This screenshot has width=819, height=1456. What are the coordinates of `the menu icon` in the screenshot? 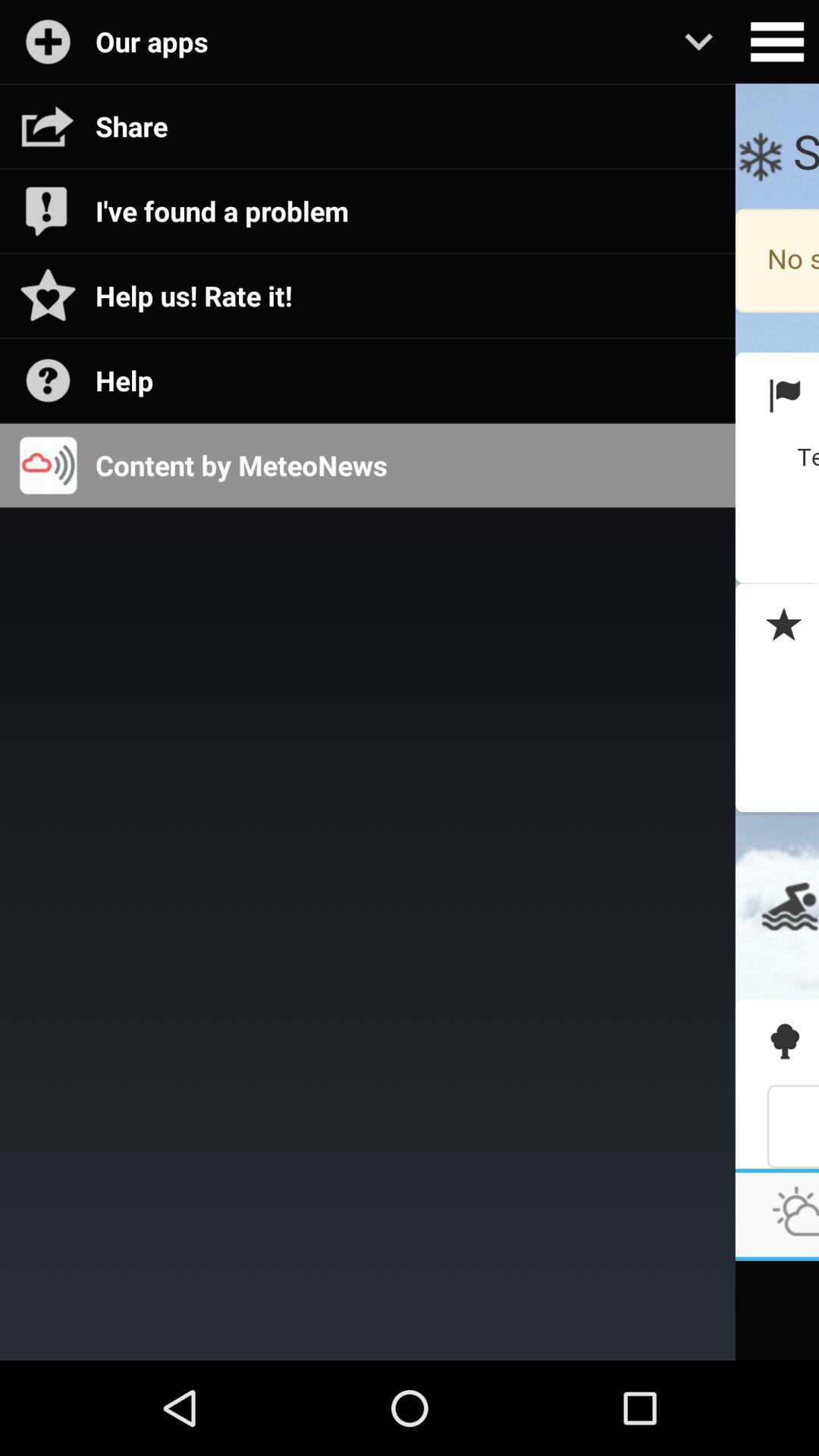 It's located at (777, 44).